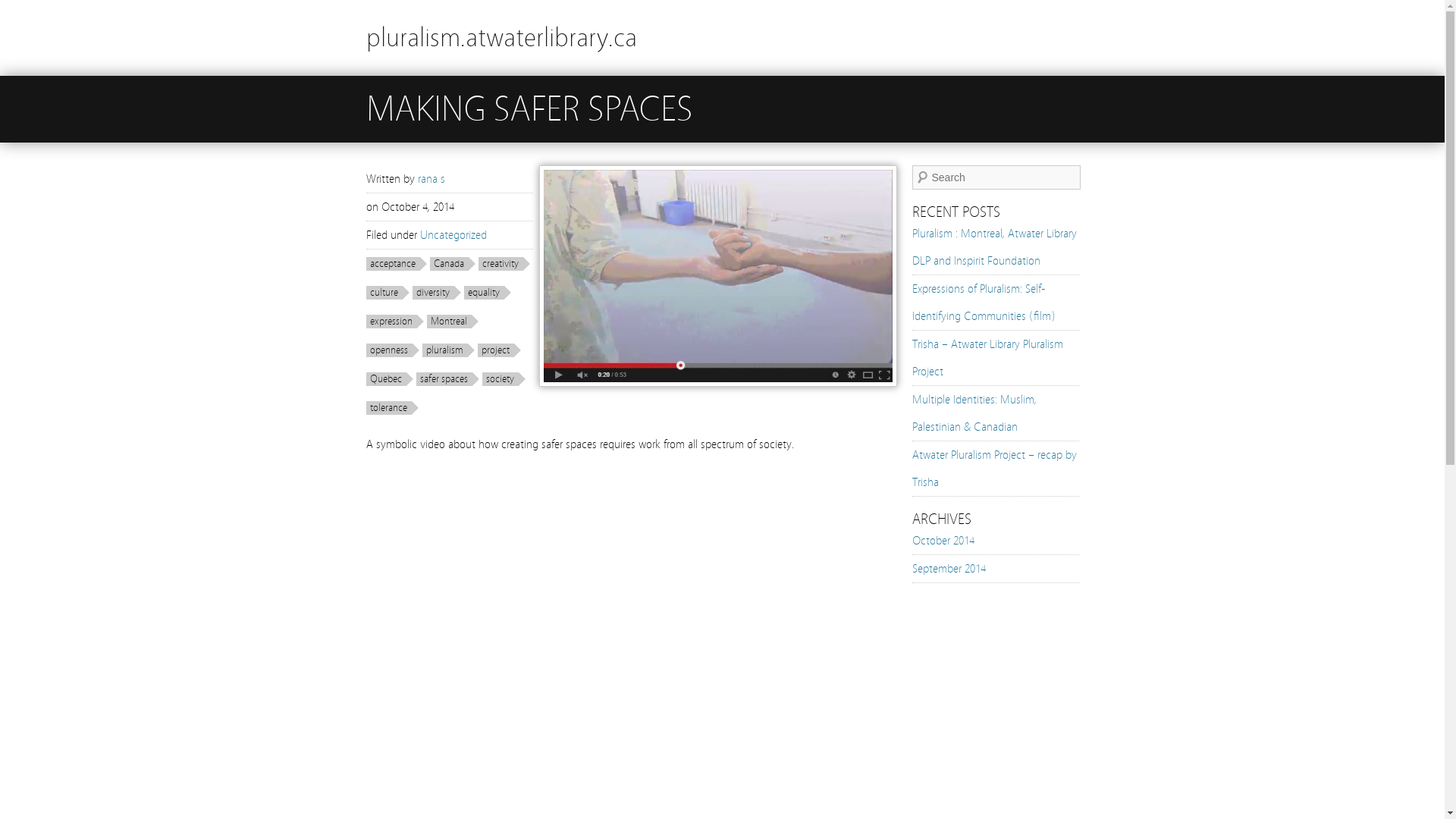 This screenshot has width=1456, height=819. I want to click on 'culture', so click(387, 292).